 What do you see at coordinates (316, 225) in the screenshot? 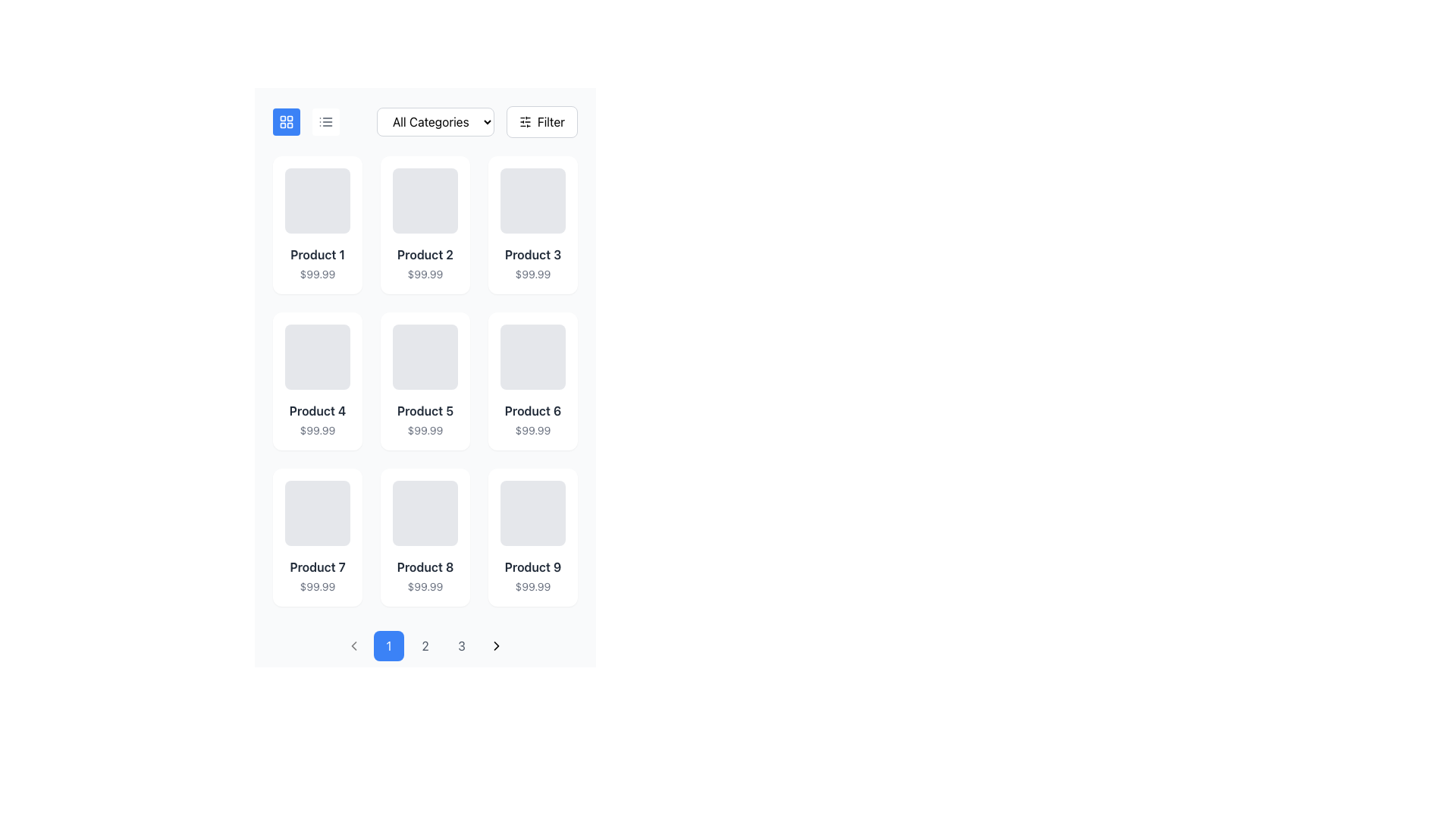
I see `the product card located in the first row, first column of the grid layout` at bounding box center [316, 225].